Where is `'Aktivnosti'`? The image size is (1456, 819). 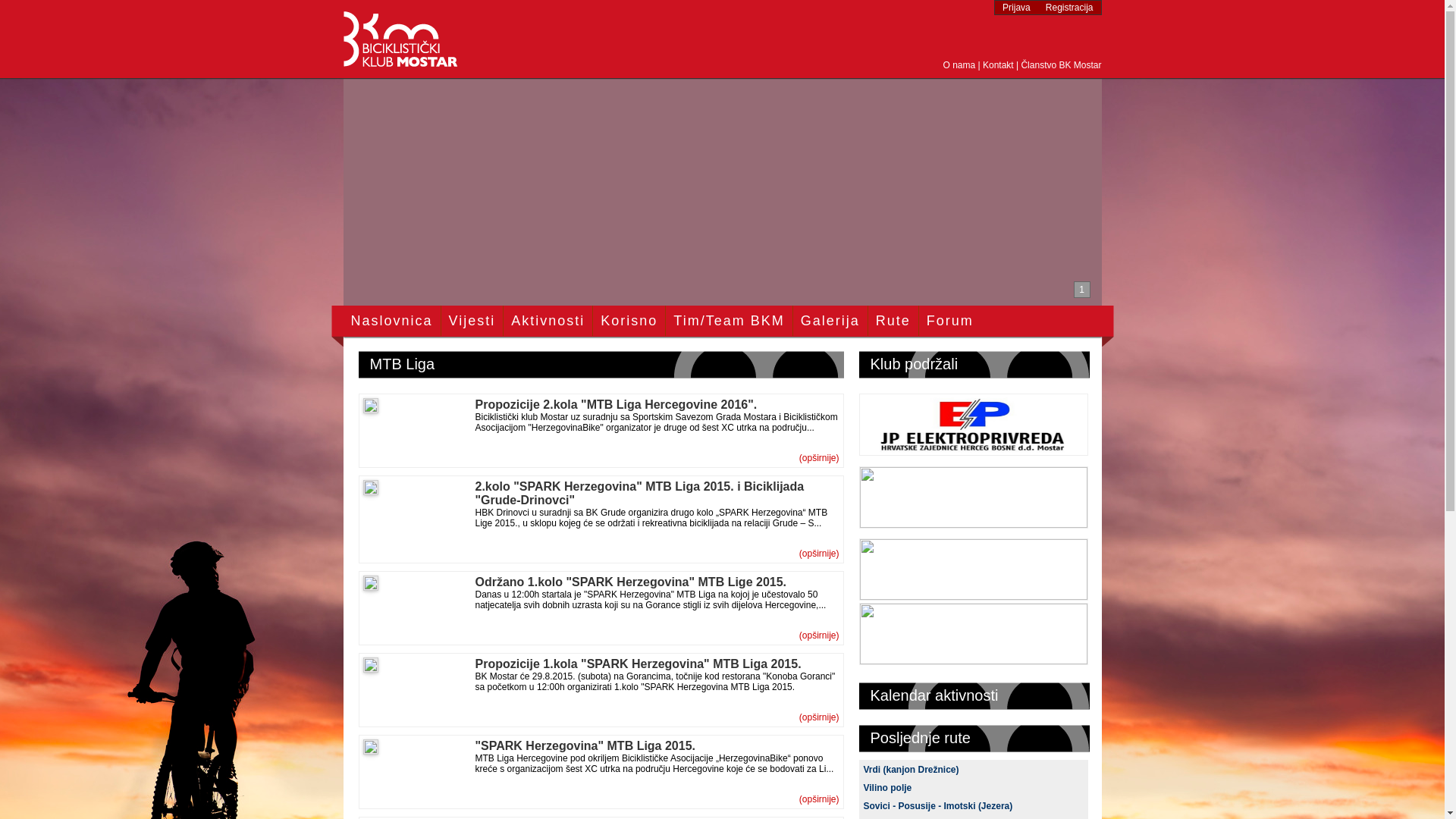
'Aktivnosti' is located at coordinates (547, 320).